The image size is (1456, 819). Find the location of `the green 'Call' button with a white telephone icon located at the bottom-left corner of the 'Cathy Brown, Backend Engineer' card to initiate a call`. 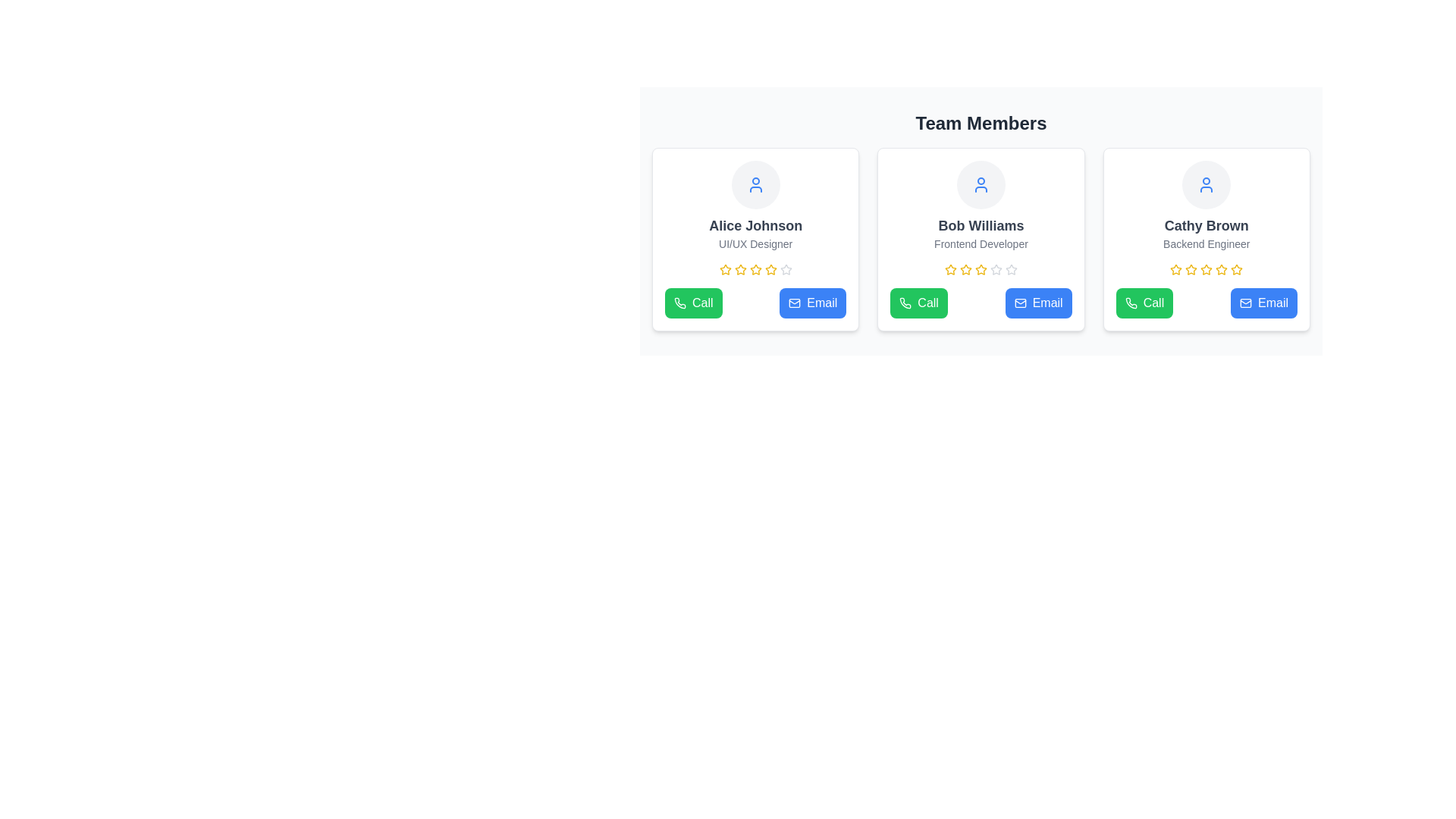

the green 'Call' button with a white telephone icon located at the bottom-left corner of the 'Cathy Brown, Backend Engineer' card to initiate a call is located at coordinates (1144, 303).